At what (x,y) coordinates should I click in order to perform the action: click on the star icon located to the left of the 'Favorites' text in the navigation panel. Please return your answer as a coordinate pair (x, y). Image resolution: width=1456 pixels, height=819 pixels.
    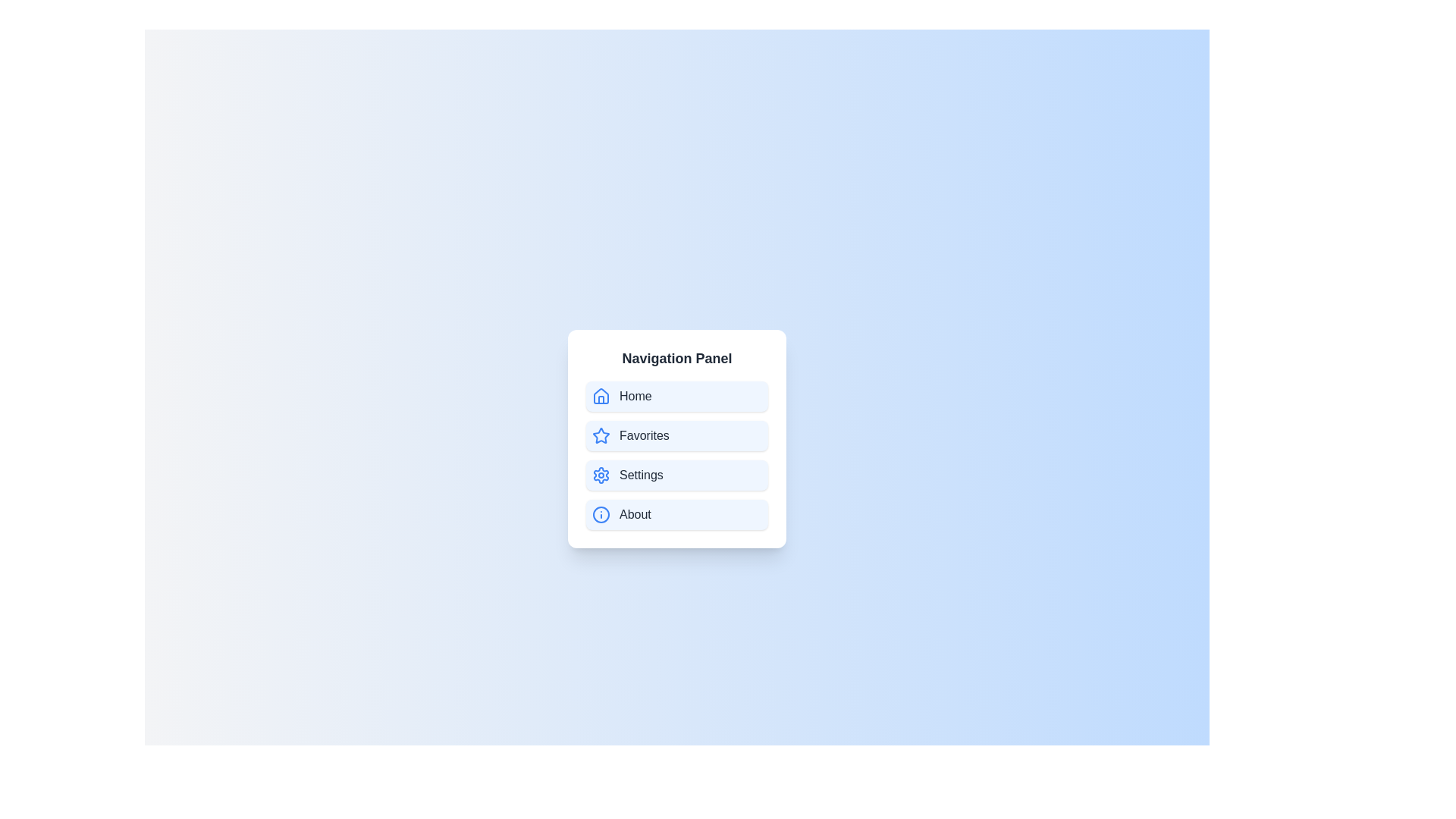
    Looking at the image, I should click on (600, 435).